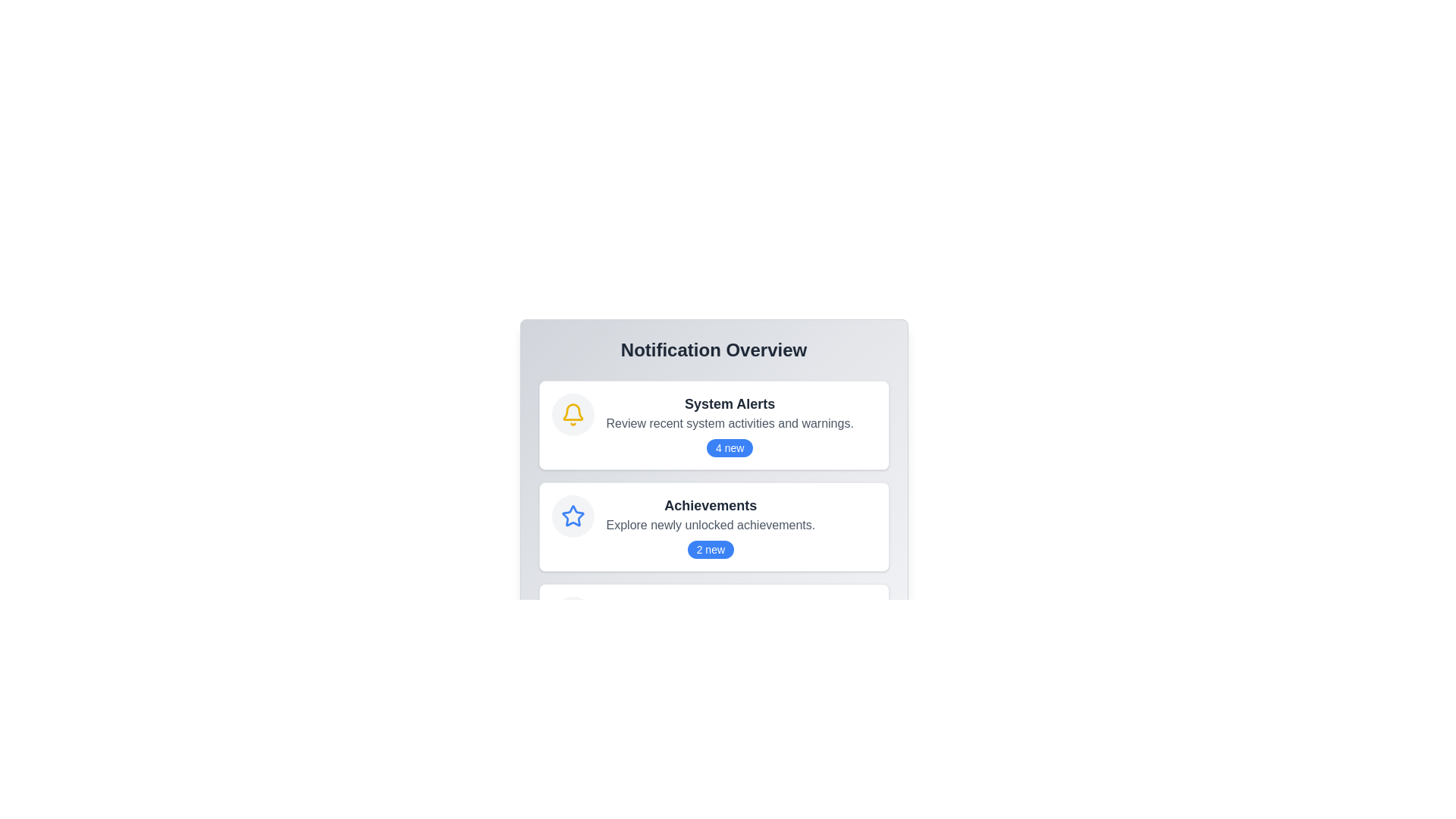 The width and height of the screenshot is (1456, 819). I want to click on the bell-shaped notification icon with a yellow outline located in the top left corner of the 'System Alerts' section in the 'Notification Overview' interface, so click(572, 412).